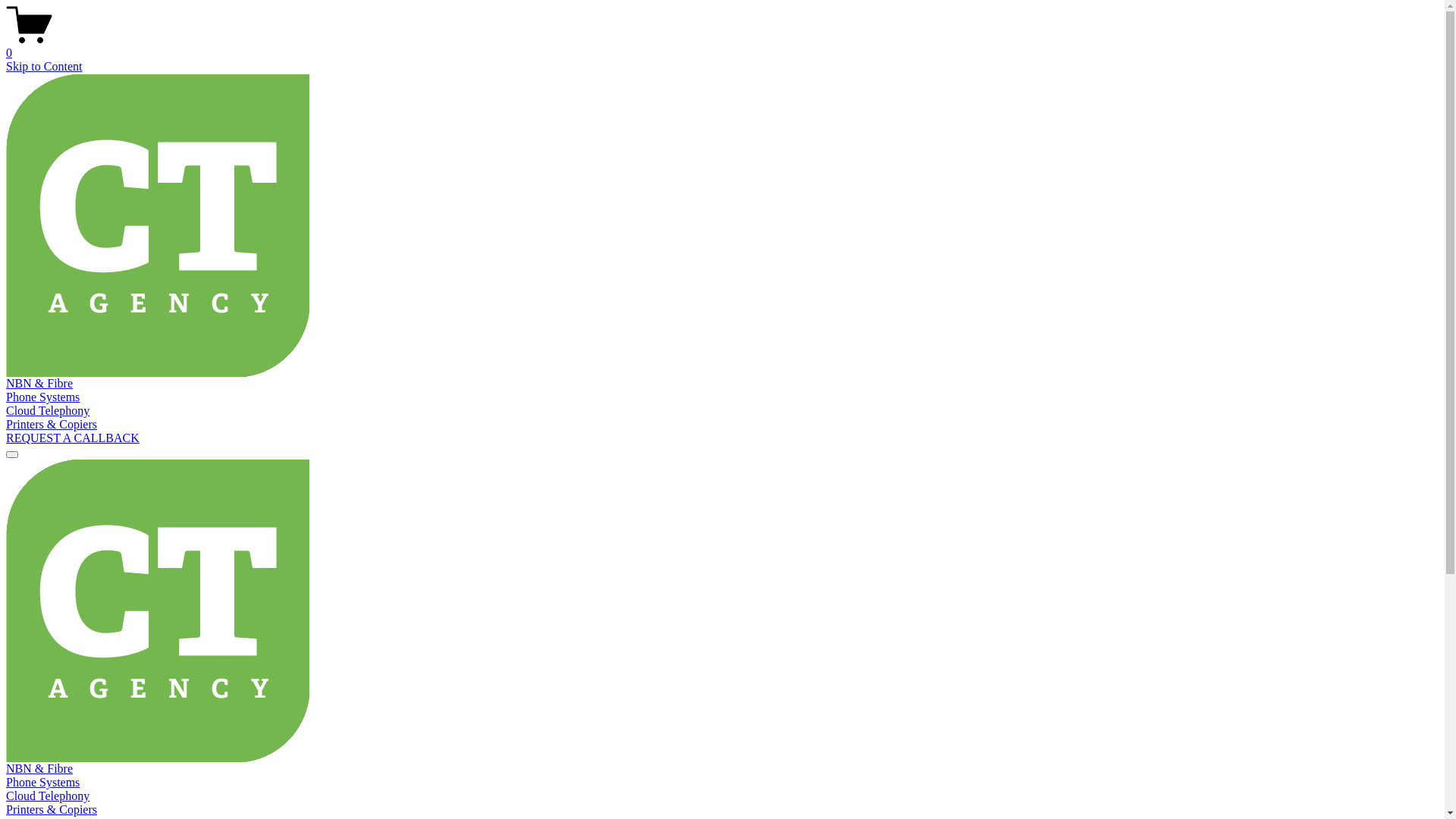 The image size is (1456, 819). What do you see at coordinates (42, 782) in the screenshot?
I see `'Phone Systems'` at bounding box center [42, 782].